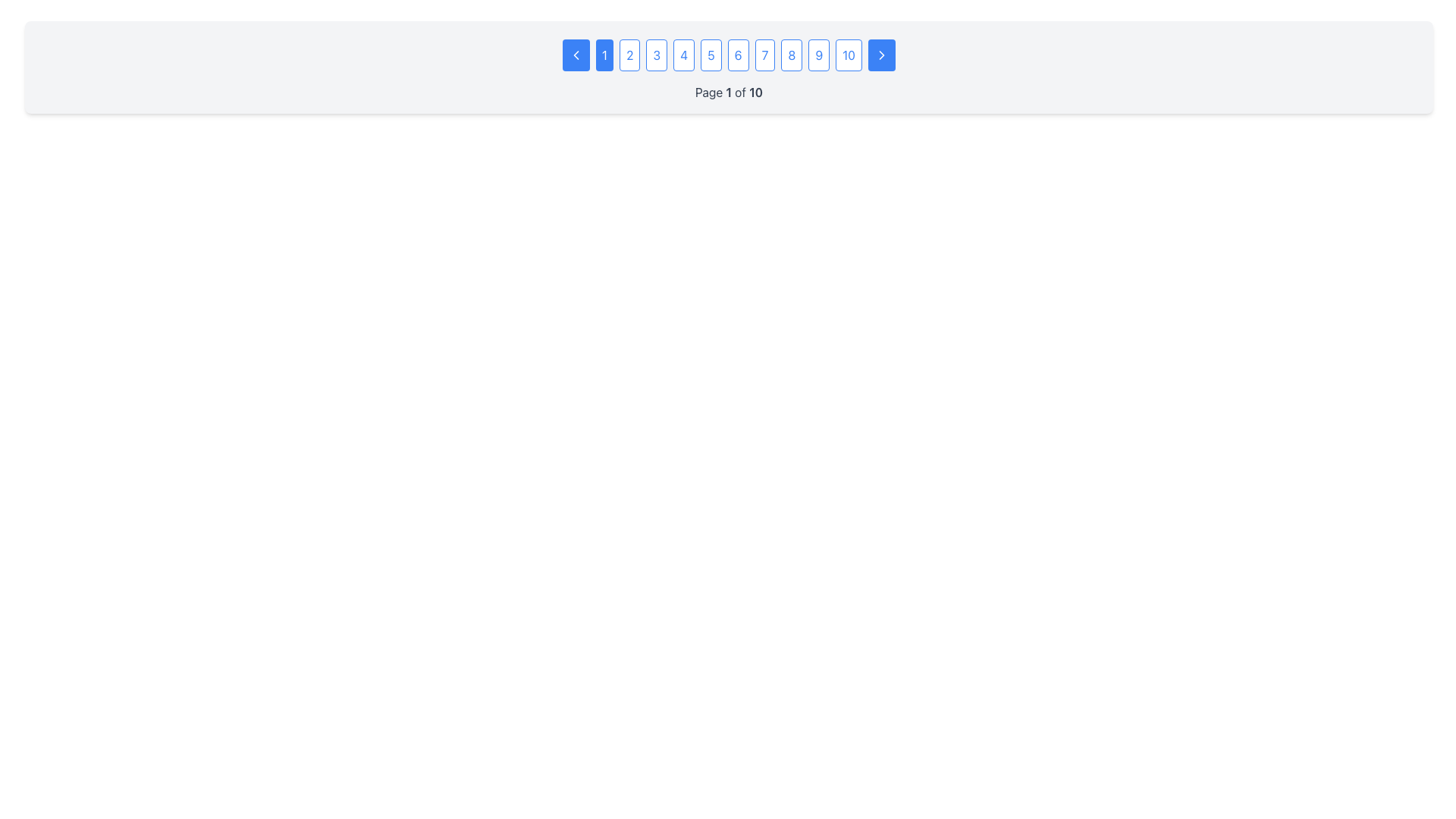  What do you see at coordinates (710, 55) in the screenshot?
I see `the pagination button labeled '5'` at bounding box center [710, 55].